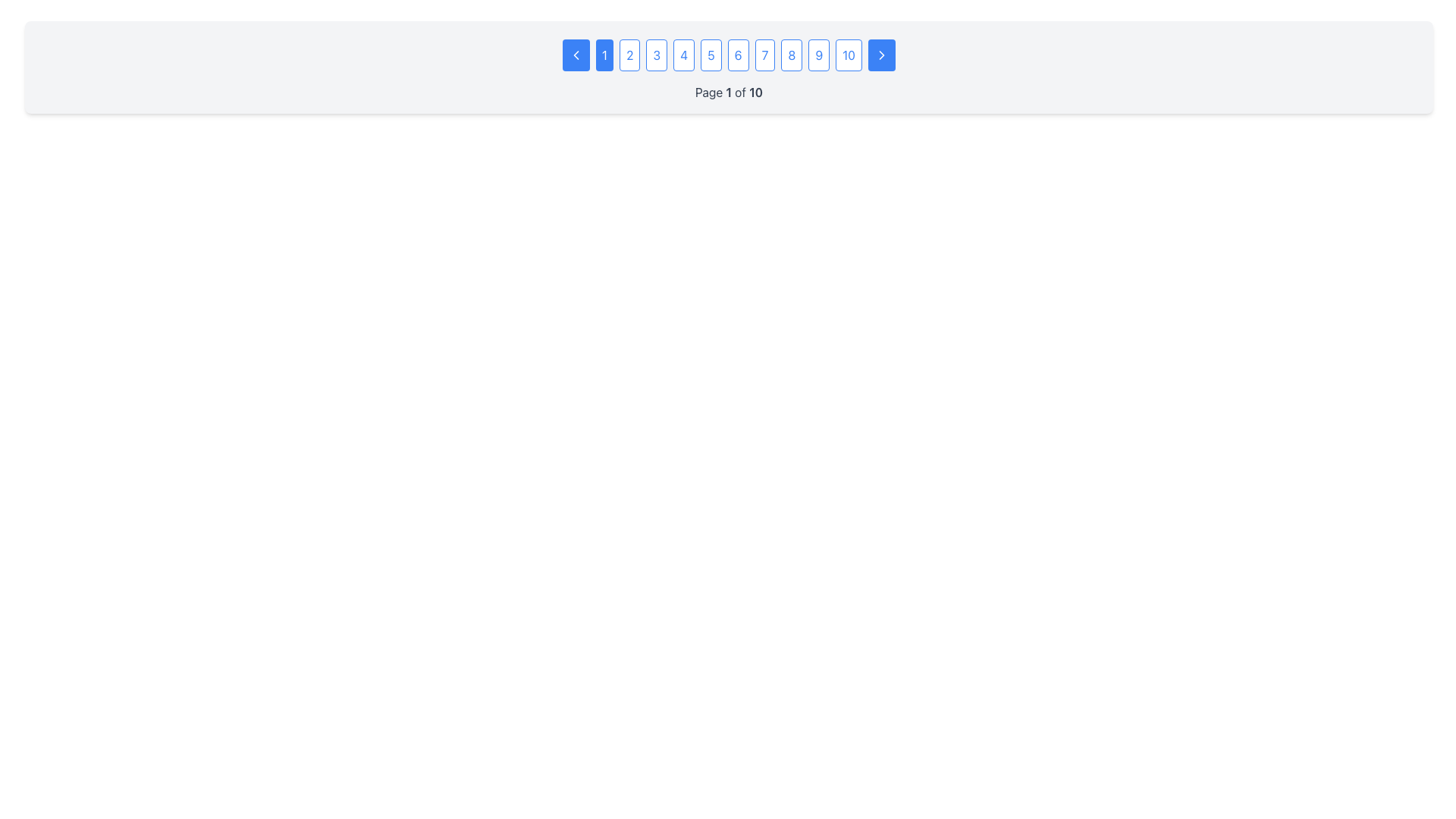  What do you see at coordinates (710, 55) in the screenshot?
I see `the pagination button labeled '5'` at bounding box center [710, 55].